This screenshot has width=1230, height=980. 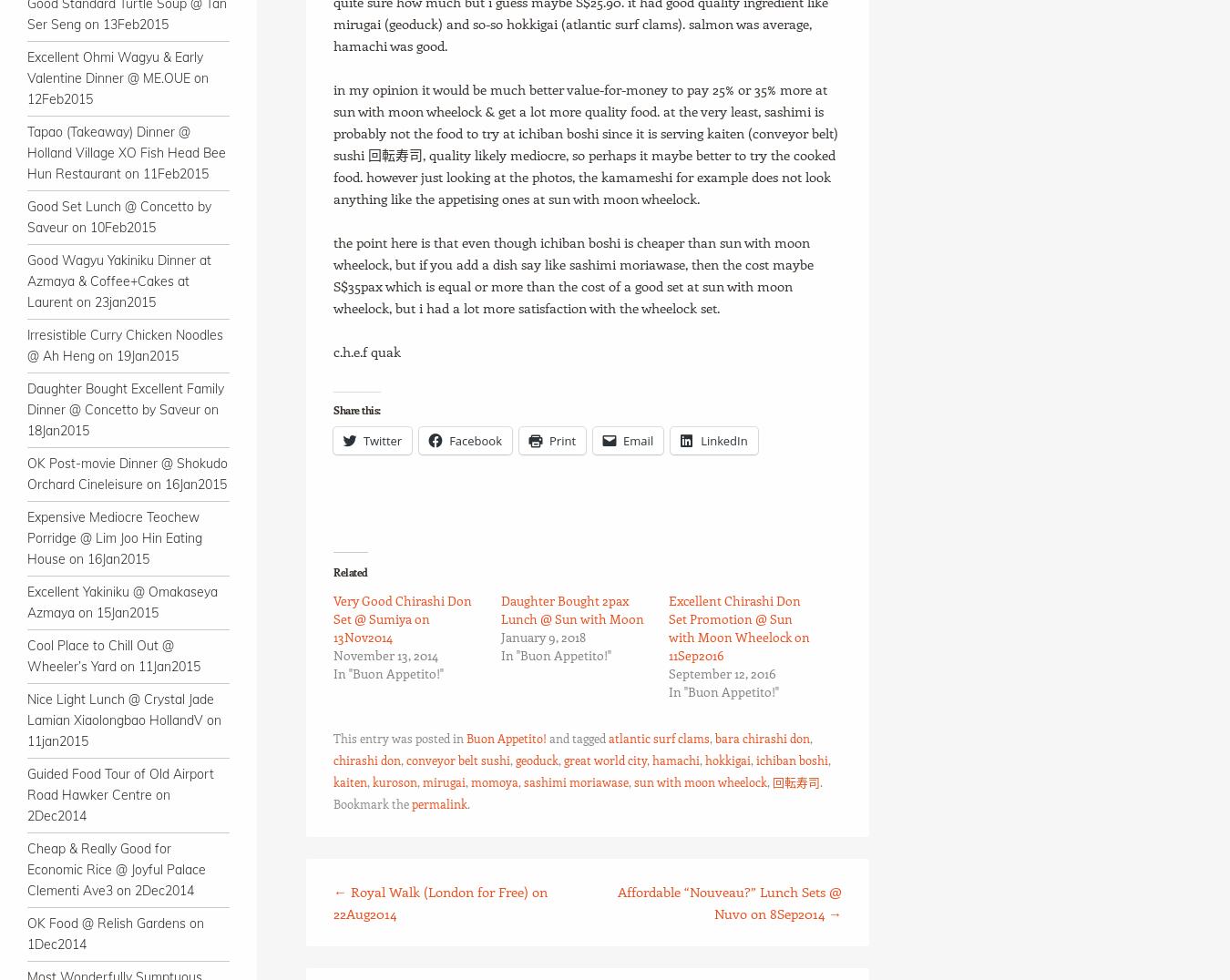 What do you see at coordinates (116, 933) in the screenshot?
I see `'OK Food @ Relish Gardens on 1Dec2014'` at bounding box center [116, 933].